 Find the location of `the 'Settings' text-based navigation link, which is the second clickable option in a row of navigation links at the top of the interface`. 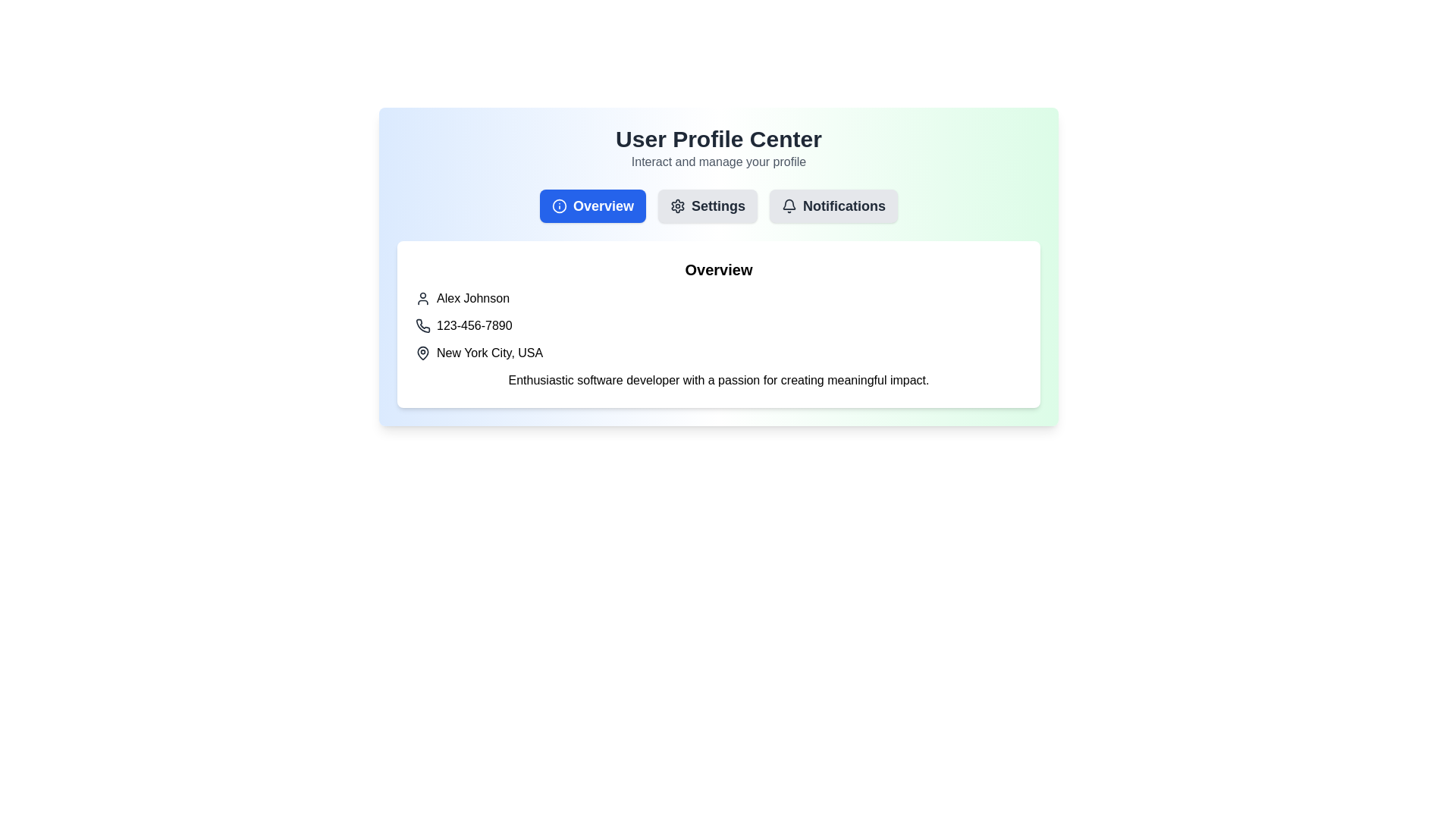

the 'Settings' text-based navigation link, which is the second clickable option in a row of navigation links at the top of the interface is located at coordinates (717, 206).